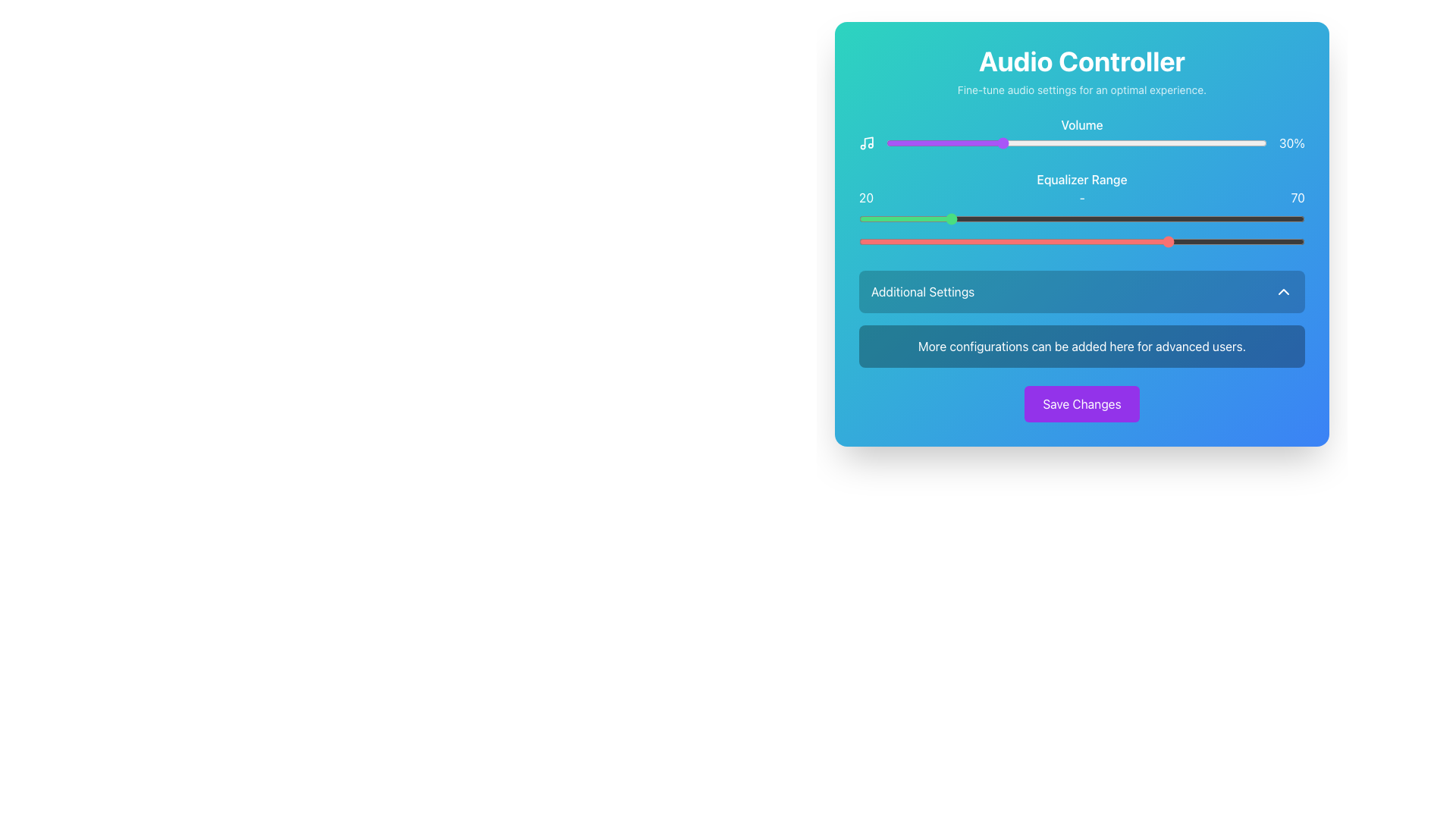 Image resolution: width=1456 pixels, height=819 pixels. I want to click on the hyphen ('-') separator element located between the numbers '20' and '70' in the 'Equalizer Range' section, which is slightly below the volume slider, so click(1081, 197).